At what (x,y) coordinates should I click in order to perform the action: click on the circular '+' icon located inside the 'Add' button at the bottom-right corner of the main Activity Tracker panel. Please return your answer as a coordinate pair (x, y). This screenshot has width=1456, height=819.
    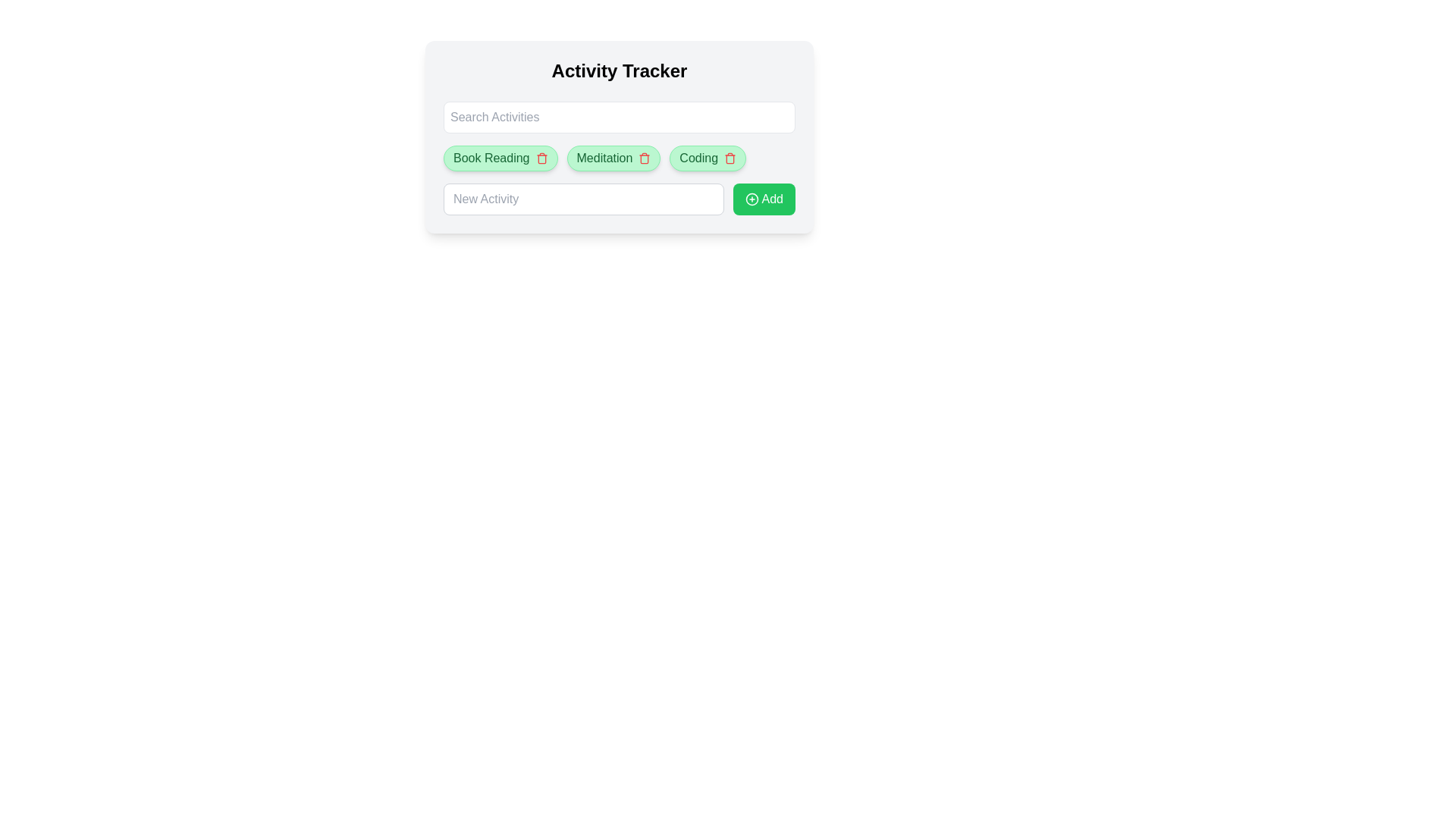
    Looking at the image, I should click on (752, 198).